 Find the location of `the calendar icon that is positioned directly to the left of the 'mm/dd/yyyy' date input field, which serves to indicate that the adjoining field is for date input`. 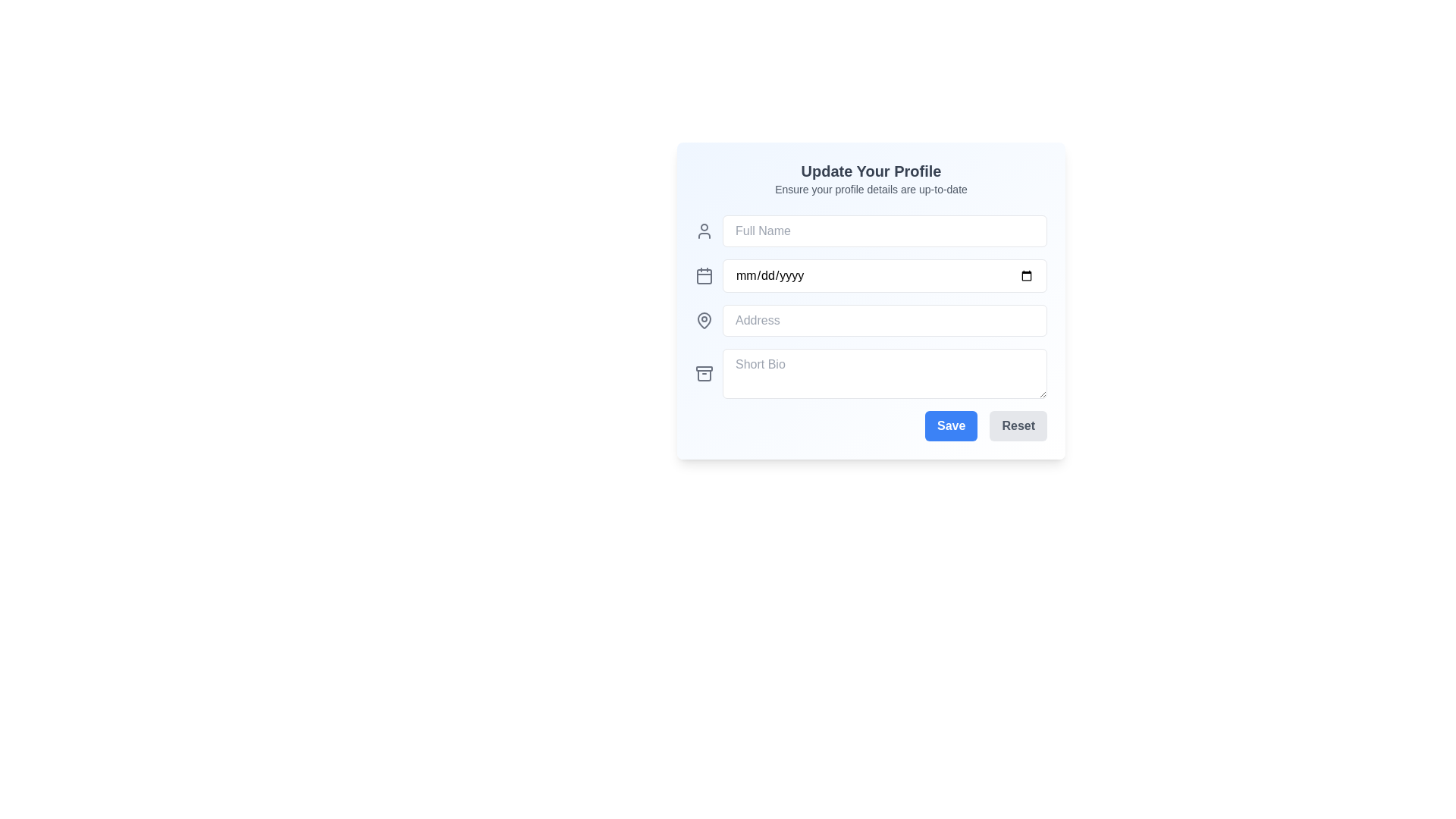

the calendar icon that is positioned directly to the left of the 'mm/dd/yyyy' date input field, which serves to indicate that the adjoining field is for date input is located at coordinates (704, 275).